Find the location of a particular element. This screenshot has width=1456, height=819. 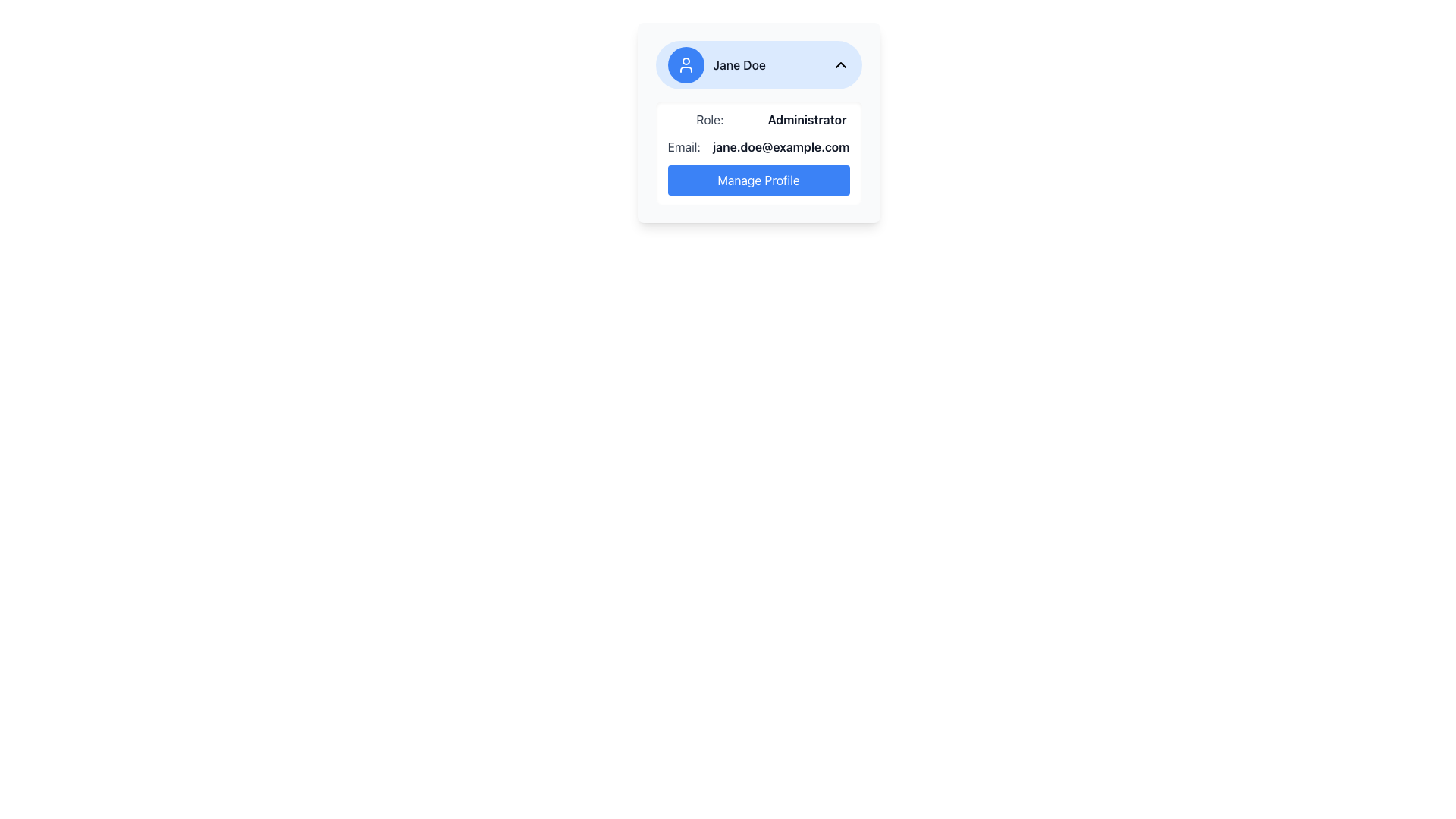

the interactive header section related to 'Jane Doe' is located at coordinates (758, 64).